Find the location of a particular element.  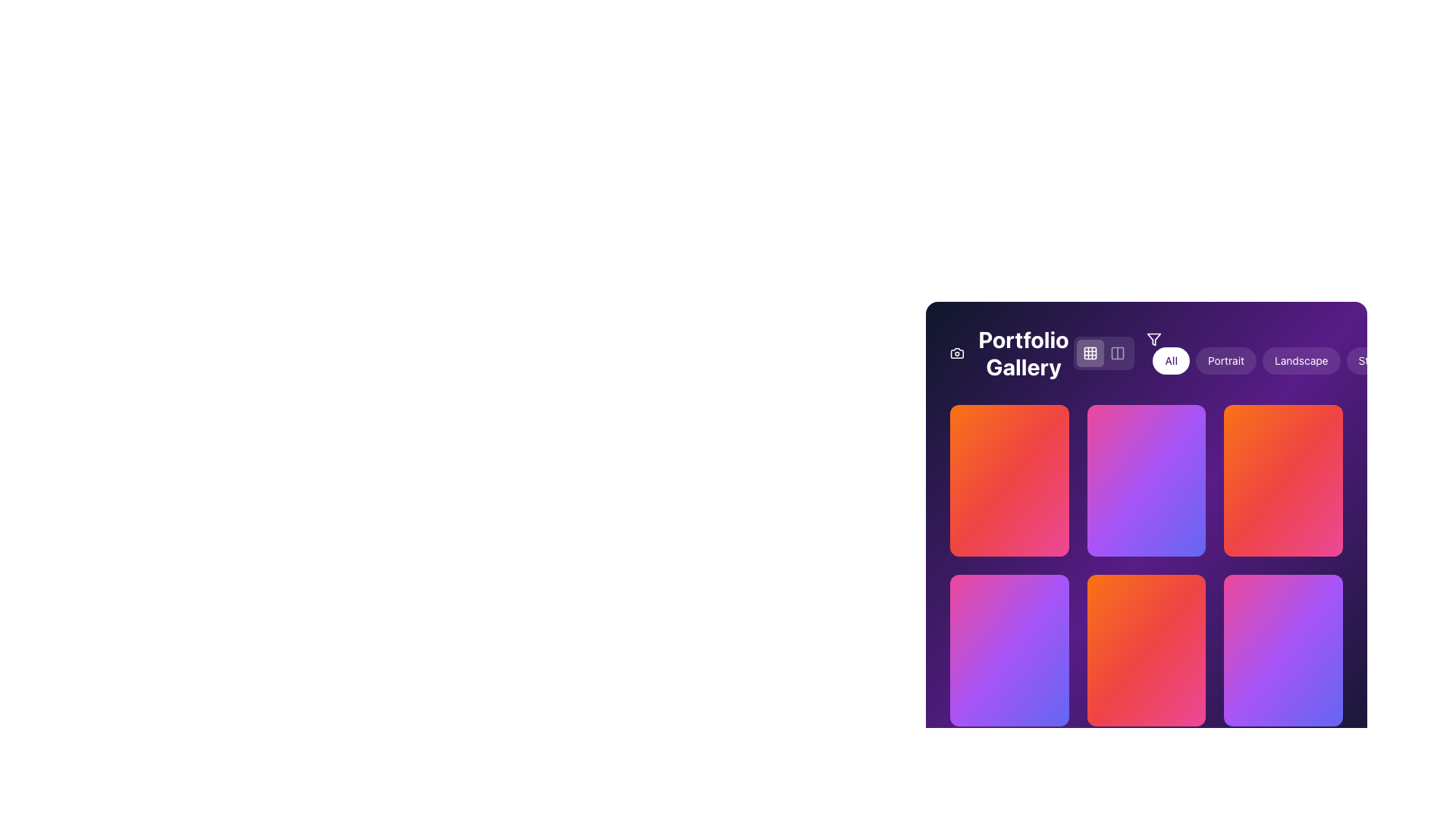

the grid icon button located in the upper-right section of the interface is located at coordinates (1090, 353).